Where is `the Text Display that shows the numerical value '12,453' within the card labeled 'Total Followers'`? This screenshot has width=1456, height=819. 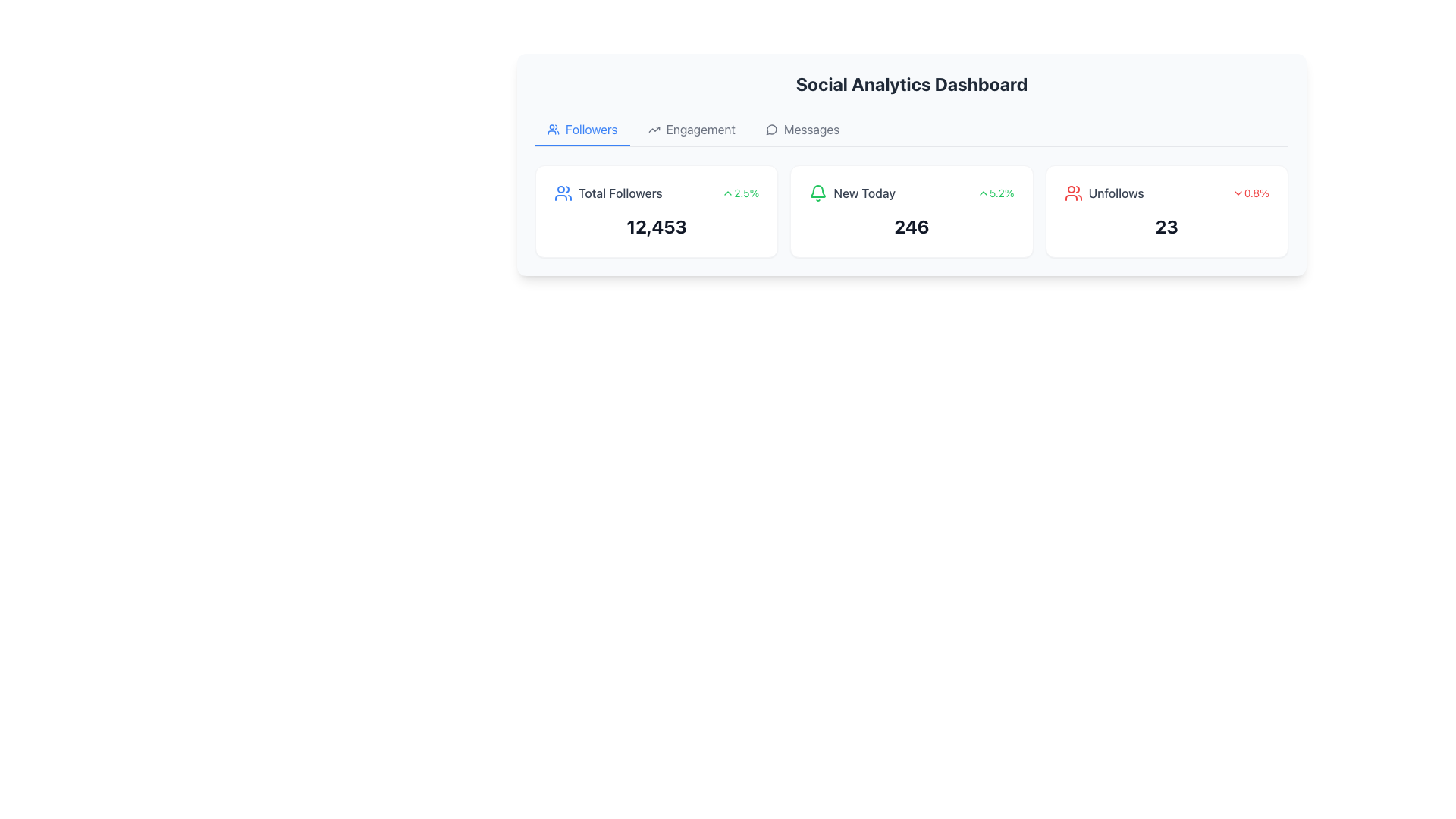 the Text Display that shows the numerical value '12,453' within the card labeled 'Total Followers' is located at coordinates (657, 227).